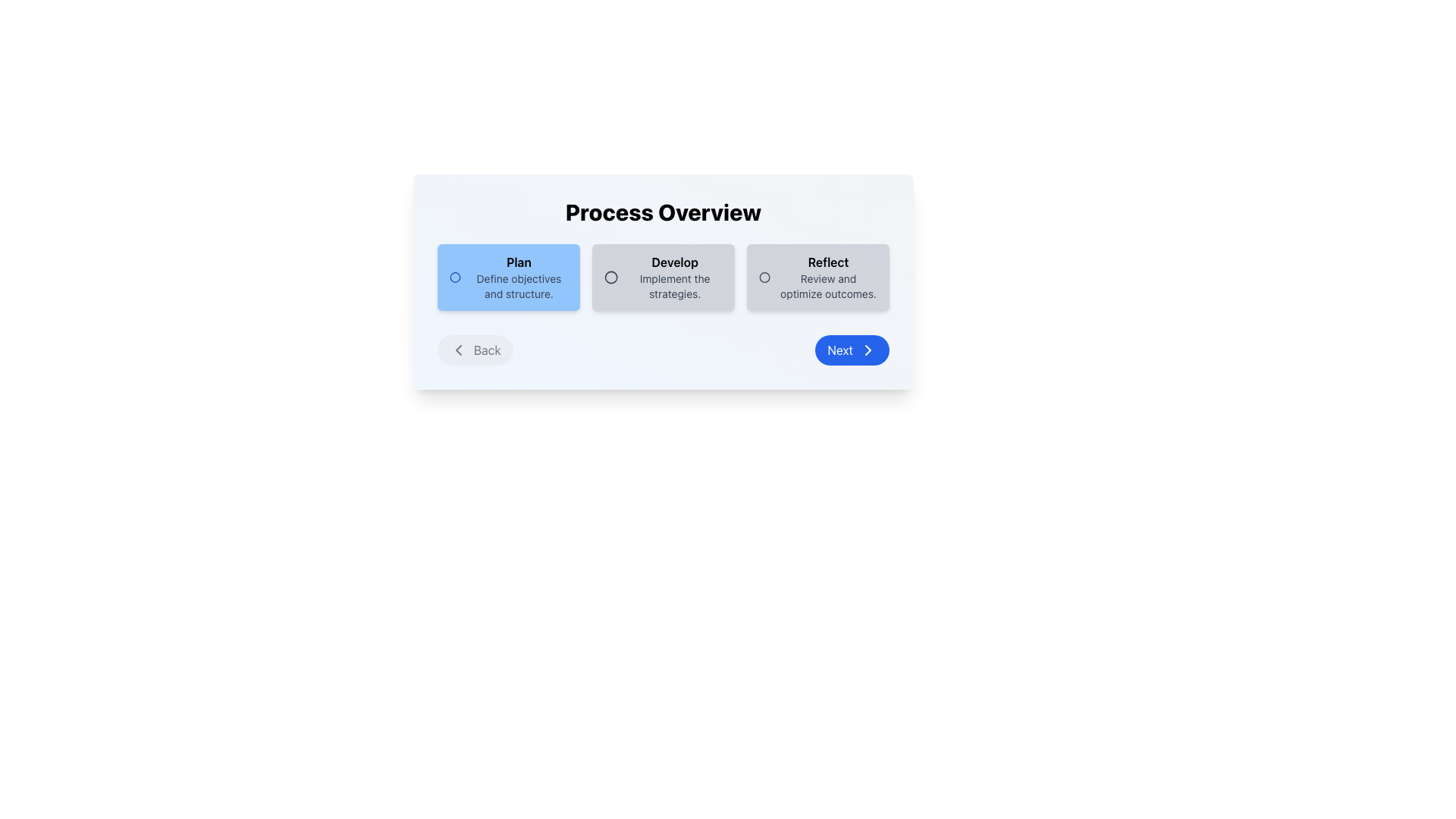 The image size is (1456, 819). What do you see at coordinates (474, 350) in the screenshot?
I see `the 'Back' button with a light gray background that changes to darker gray on hover, located on the left side of the Process Overview section` at bounding box center [474, 350].